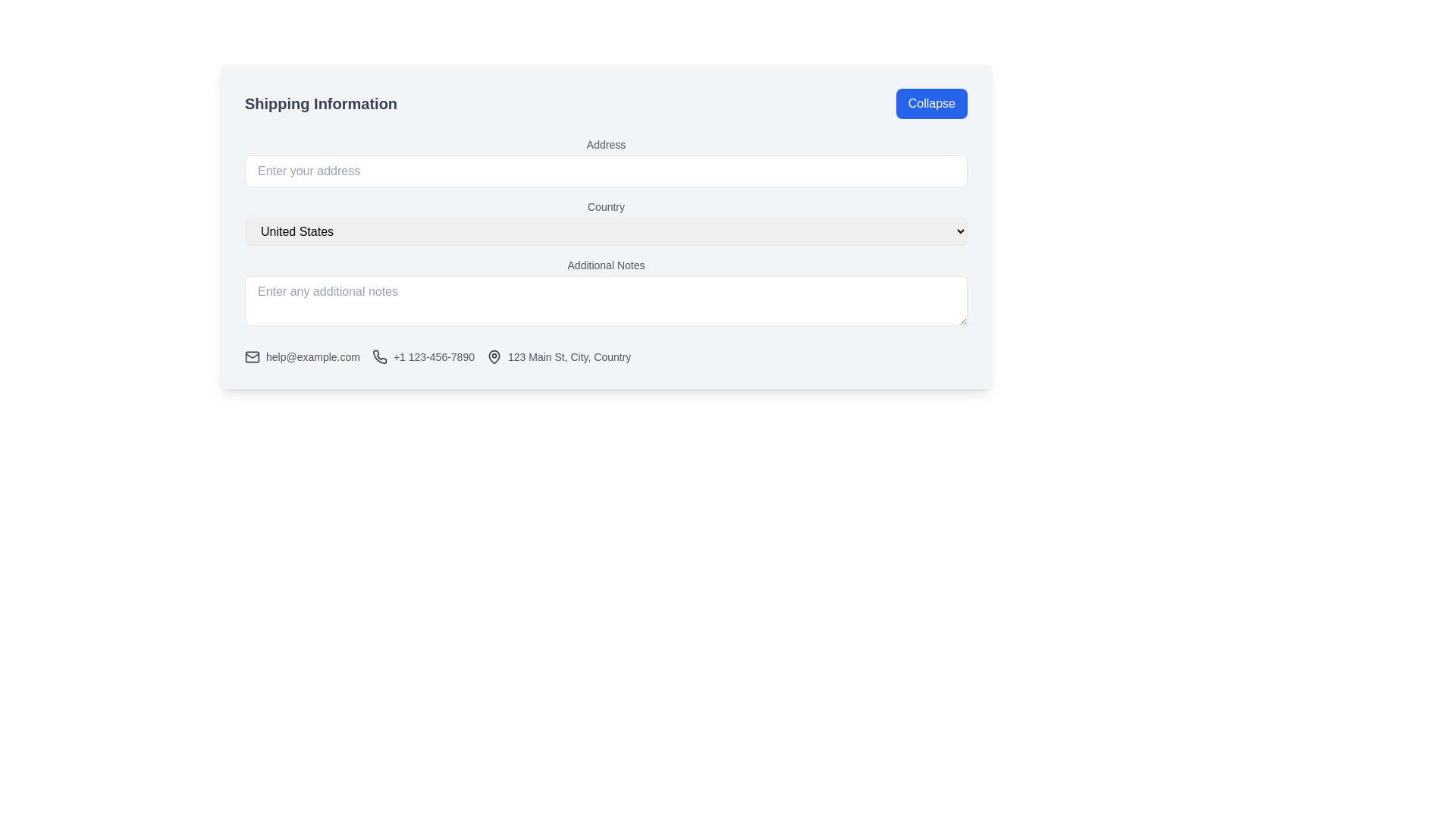 Image resolution: width=1456 pixels, height=819 pixels. What do you see at coordinates (605, 265) in the screenshot?
I see `the Text label that provides context for the additional notes text area, located above the text area with the placeholder 'Enter any additional notes'` at bounding box center [605, 265].